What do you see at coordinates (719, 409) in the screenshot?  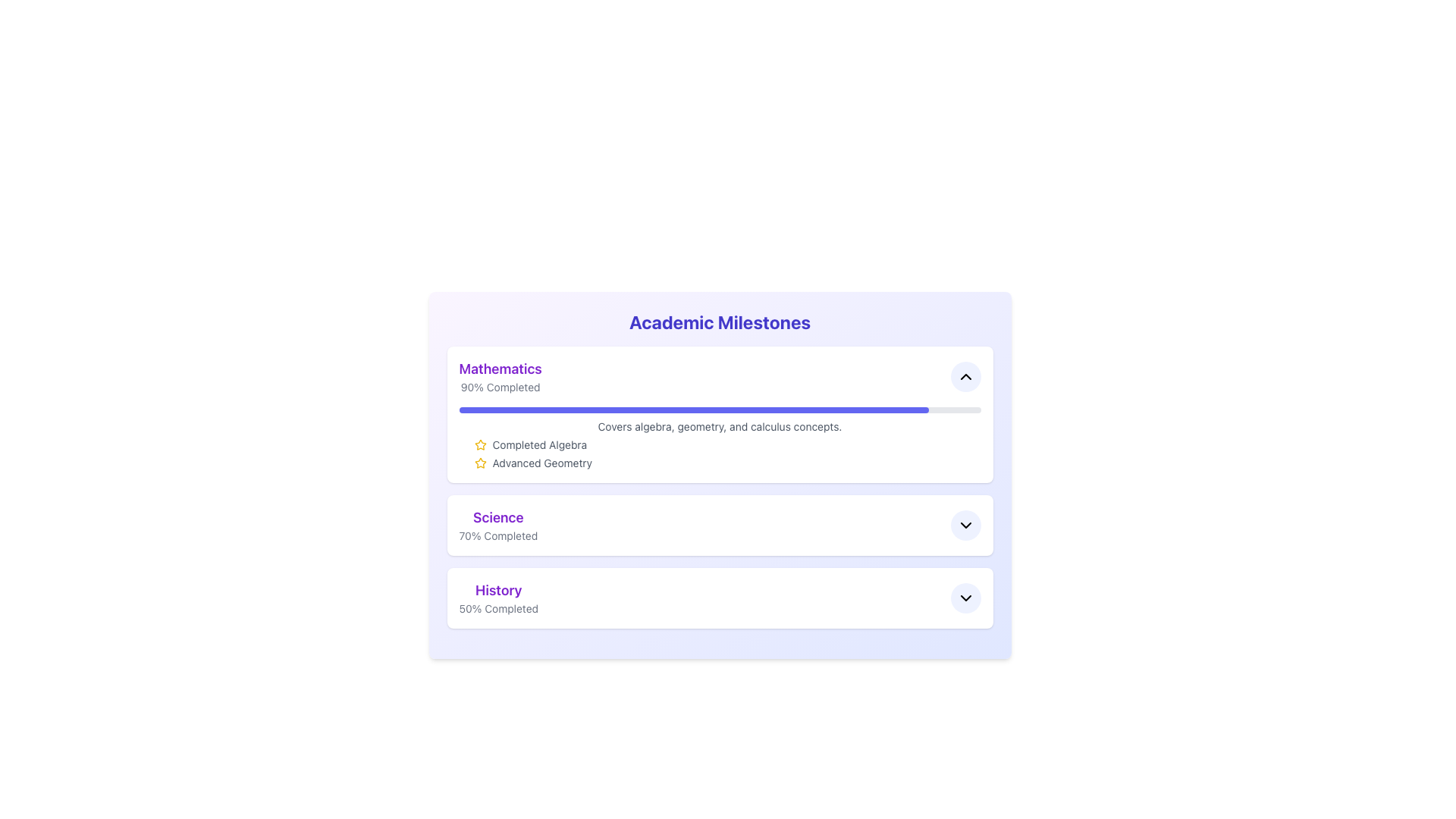 I see `the progress representation of the 'Mathematics' section, which indicates approximately 90% completion, located at the top of the content block under the heading 'Mathematics 90% Completed'` at bounding box center [719, 409].